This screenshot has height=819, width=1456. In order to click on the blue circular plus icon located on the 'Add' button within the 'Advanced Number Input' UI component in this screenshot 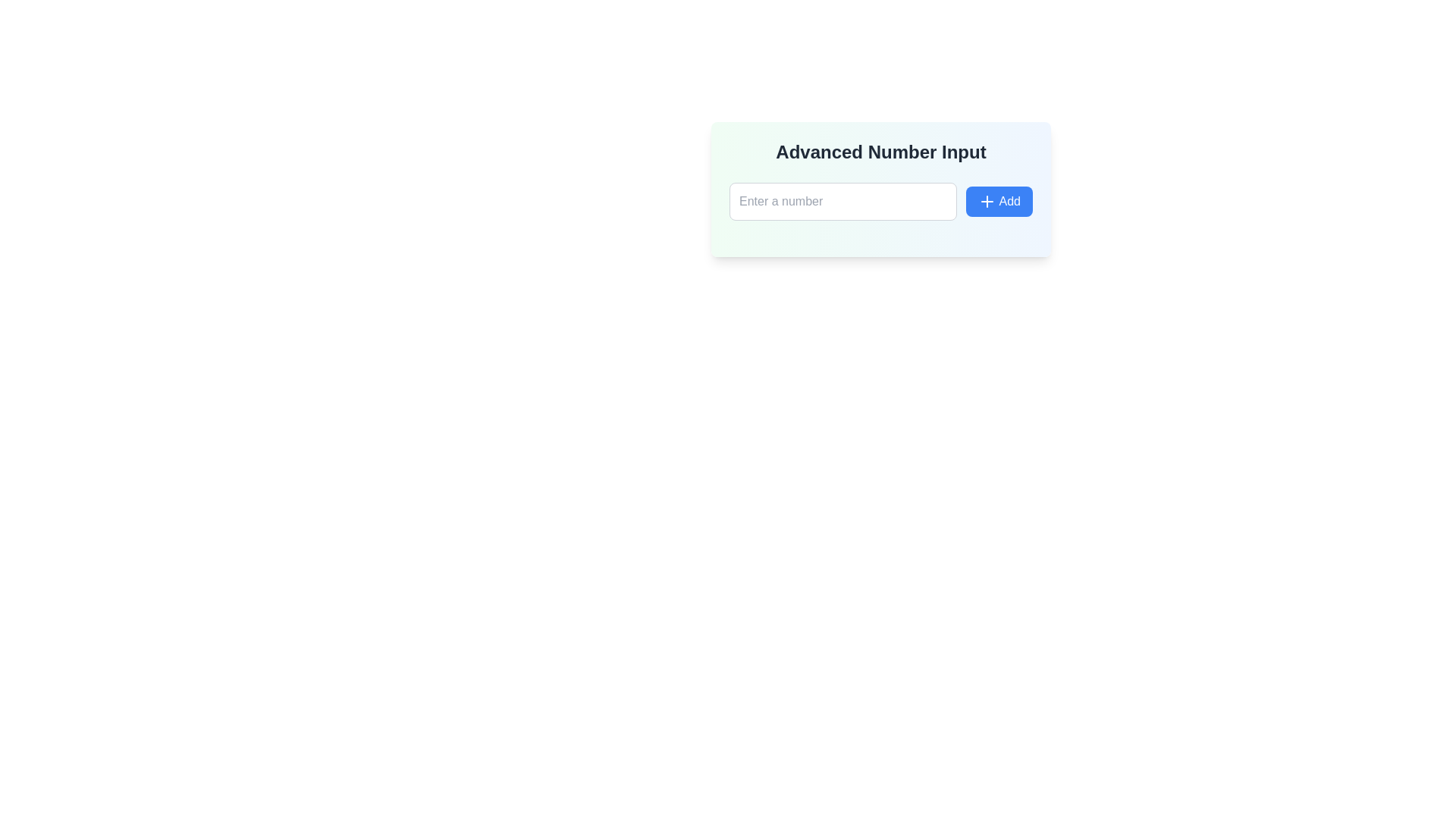, I will do `click(987, 201)`.